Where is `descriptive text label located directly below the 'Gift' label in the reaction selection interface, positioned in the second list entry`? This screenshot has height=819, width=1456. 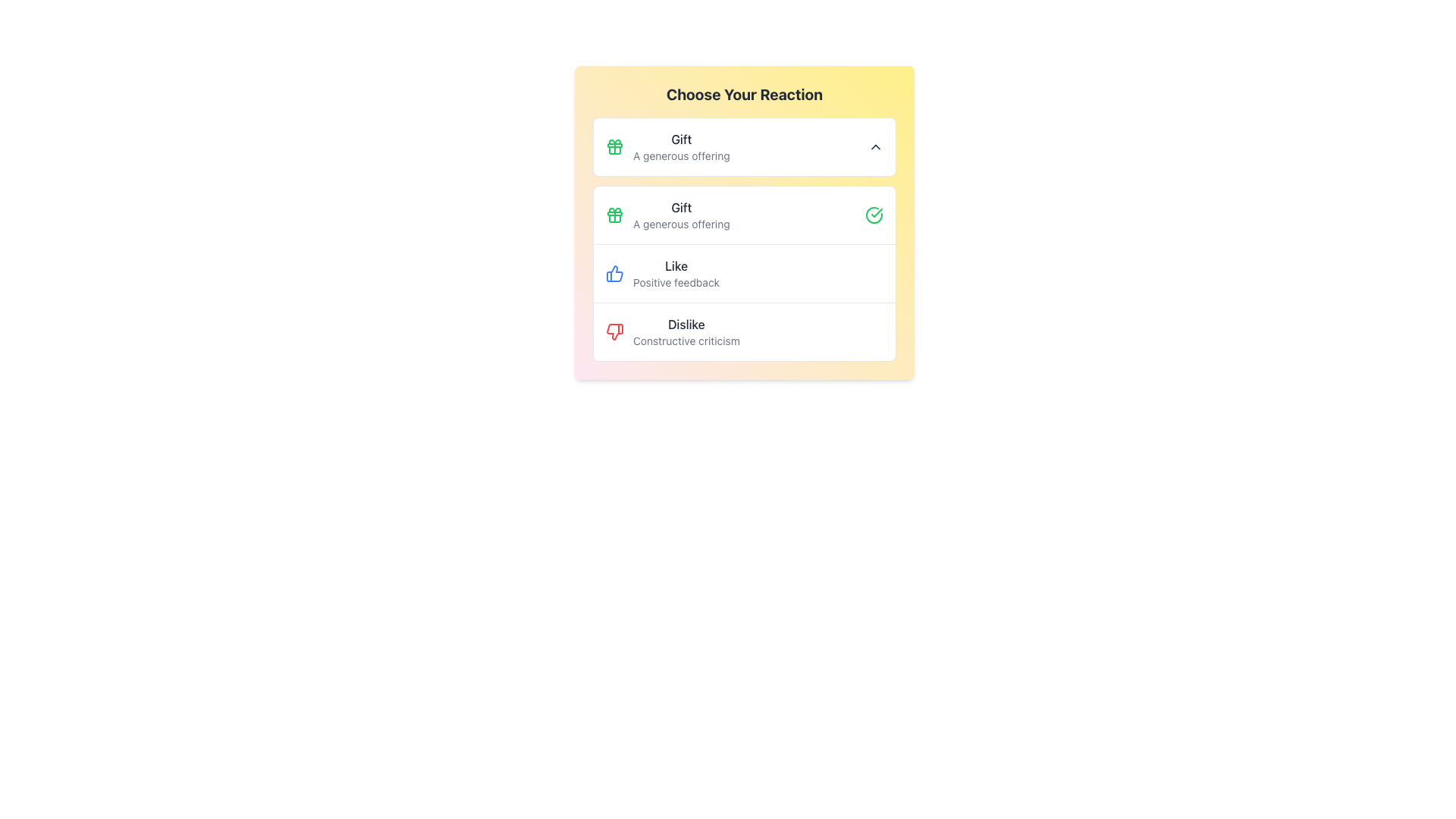
descriptive text label located directly below the 'Gift' label in the reaction selection interface, positioned in the second list entry is located at coordinates (680, 224).